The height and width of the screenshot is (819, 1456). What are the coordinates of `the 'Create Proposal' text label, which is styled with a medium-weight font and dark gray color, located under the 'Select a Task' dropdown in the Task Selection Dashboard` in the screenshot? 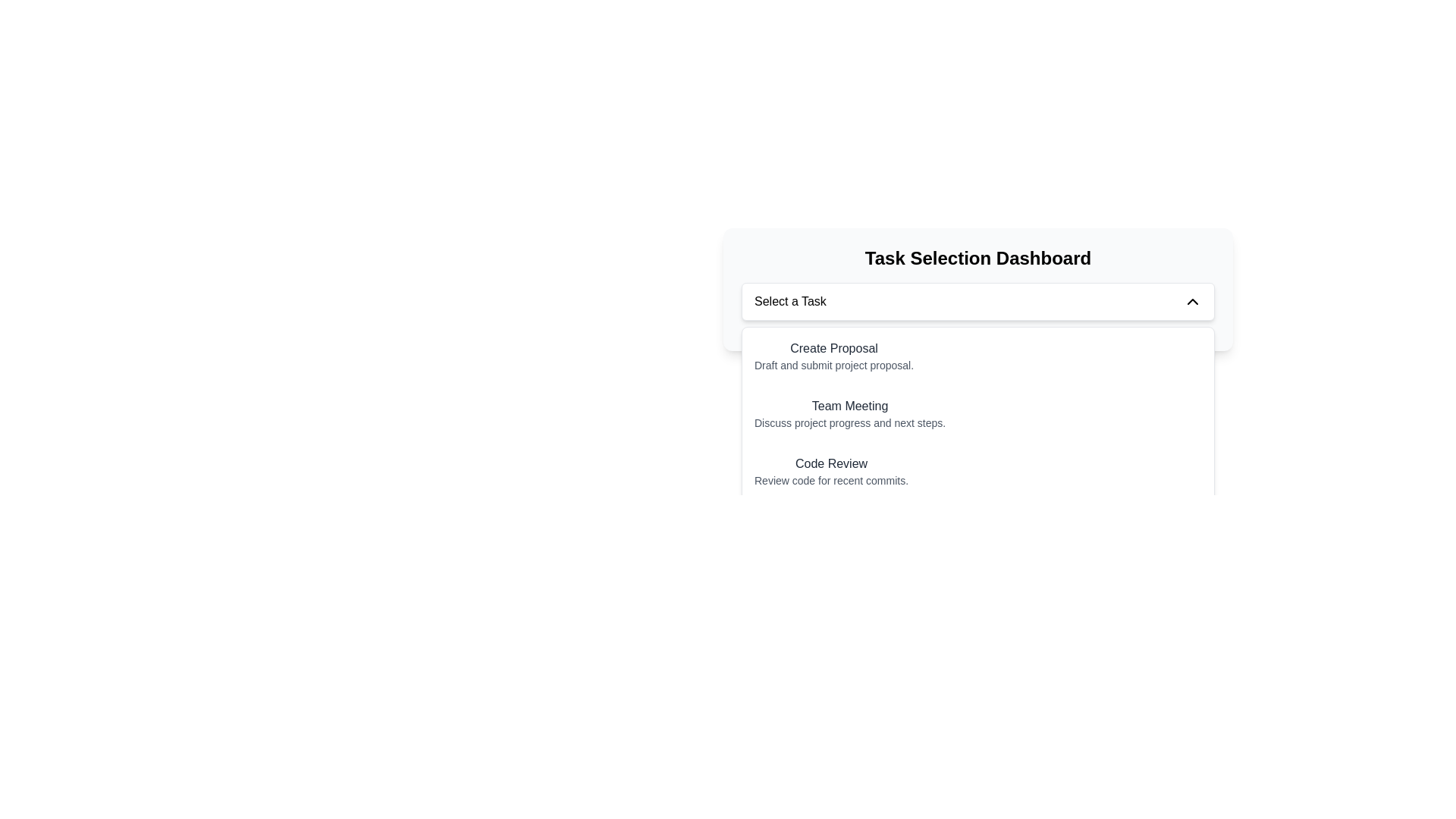 It's located at (833, 348).